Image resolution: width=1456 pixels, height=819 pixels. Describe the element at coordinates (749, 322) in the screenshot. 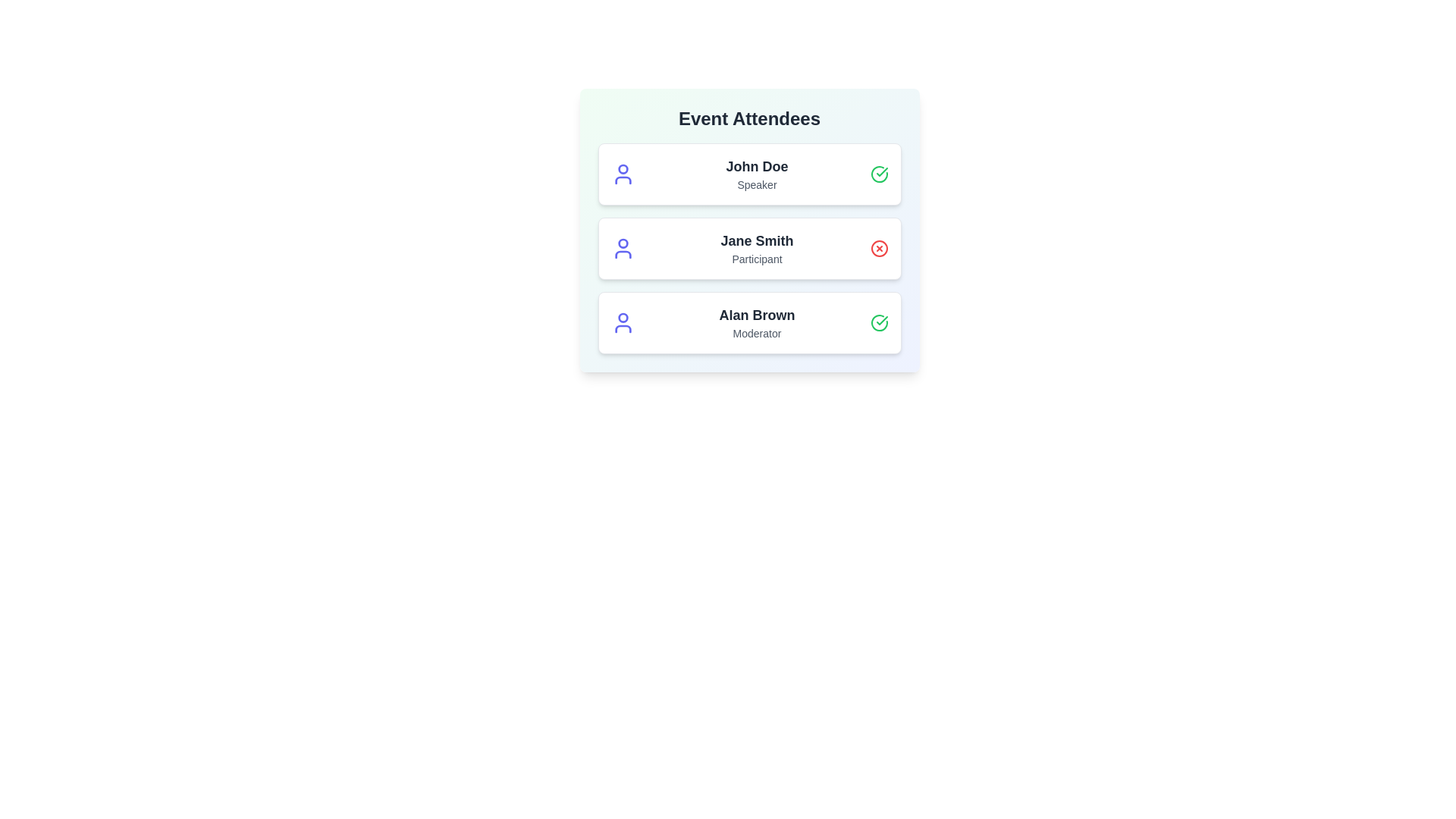

I see `the attendee card for Alan Brown` at that location.